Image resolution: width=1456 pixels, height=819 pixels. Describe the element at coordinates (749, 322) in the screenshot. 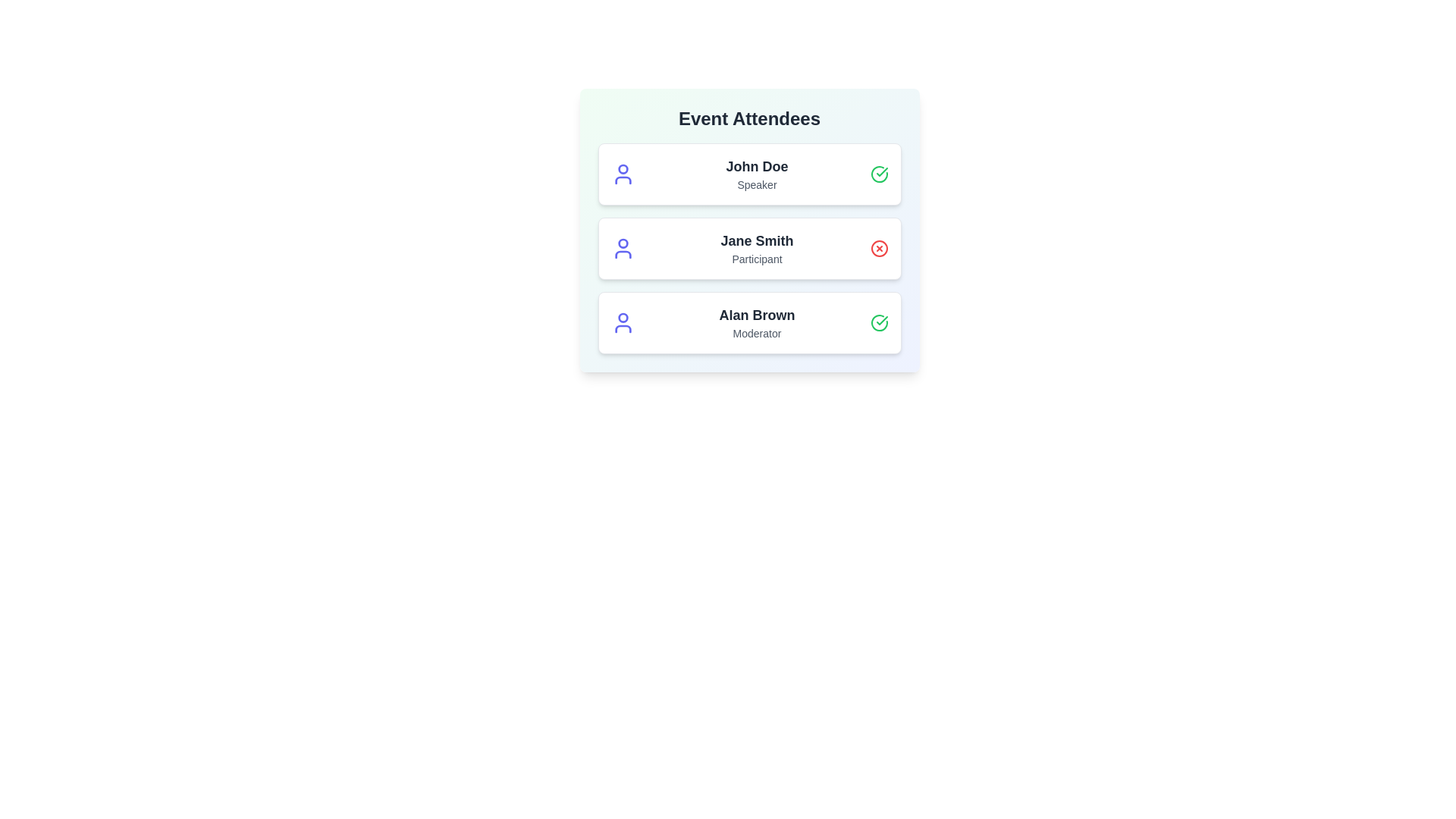

I see `the attendee card for Alan Brown` at that location.